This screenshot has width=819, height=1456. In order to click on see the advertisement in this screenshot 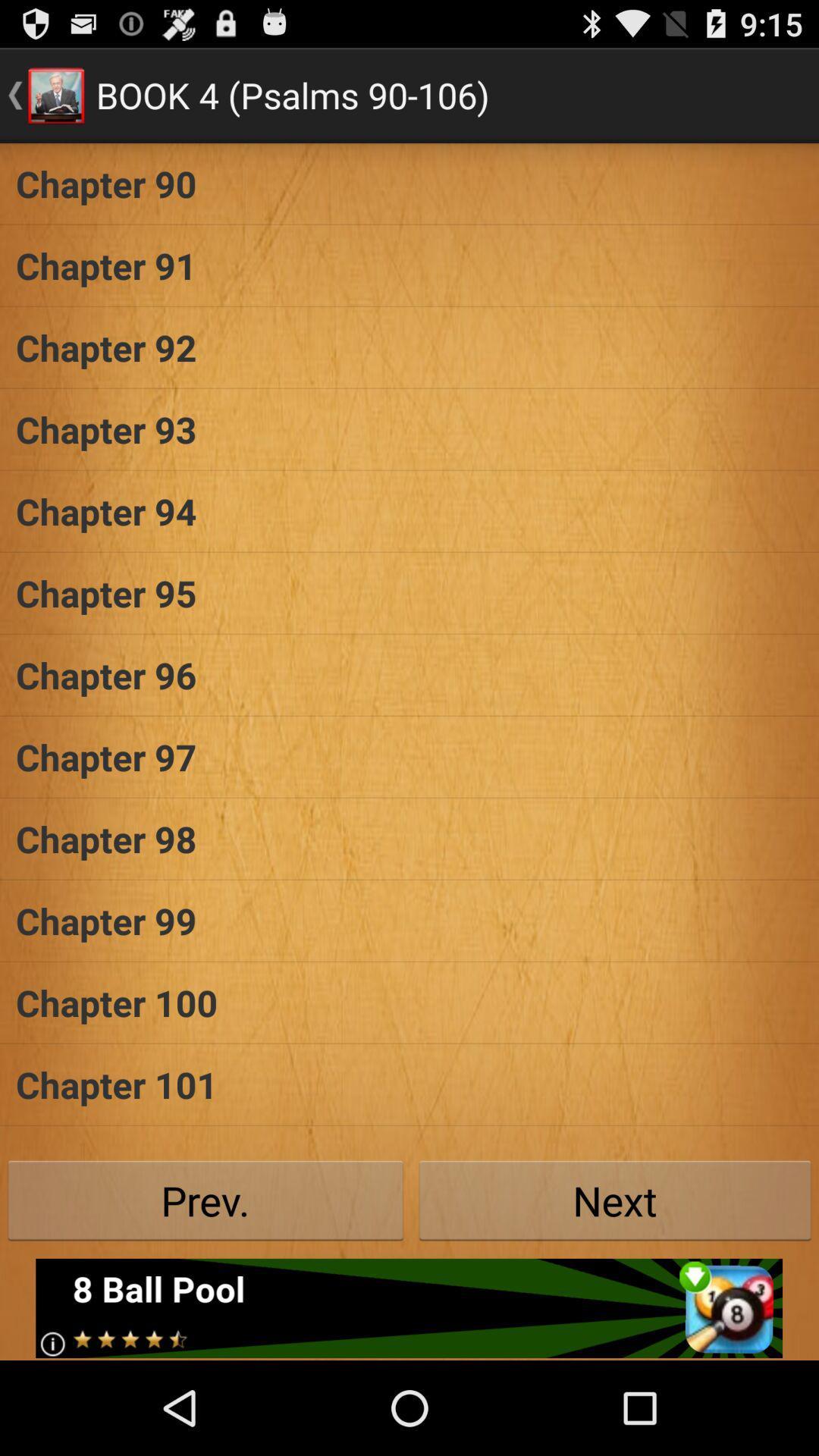, I will do `click(408, 1307)`.